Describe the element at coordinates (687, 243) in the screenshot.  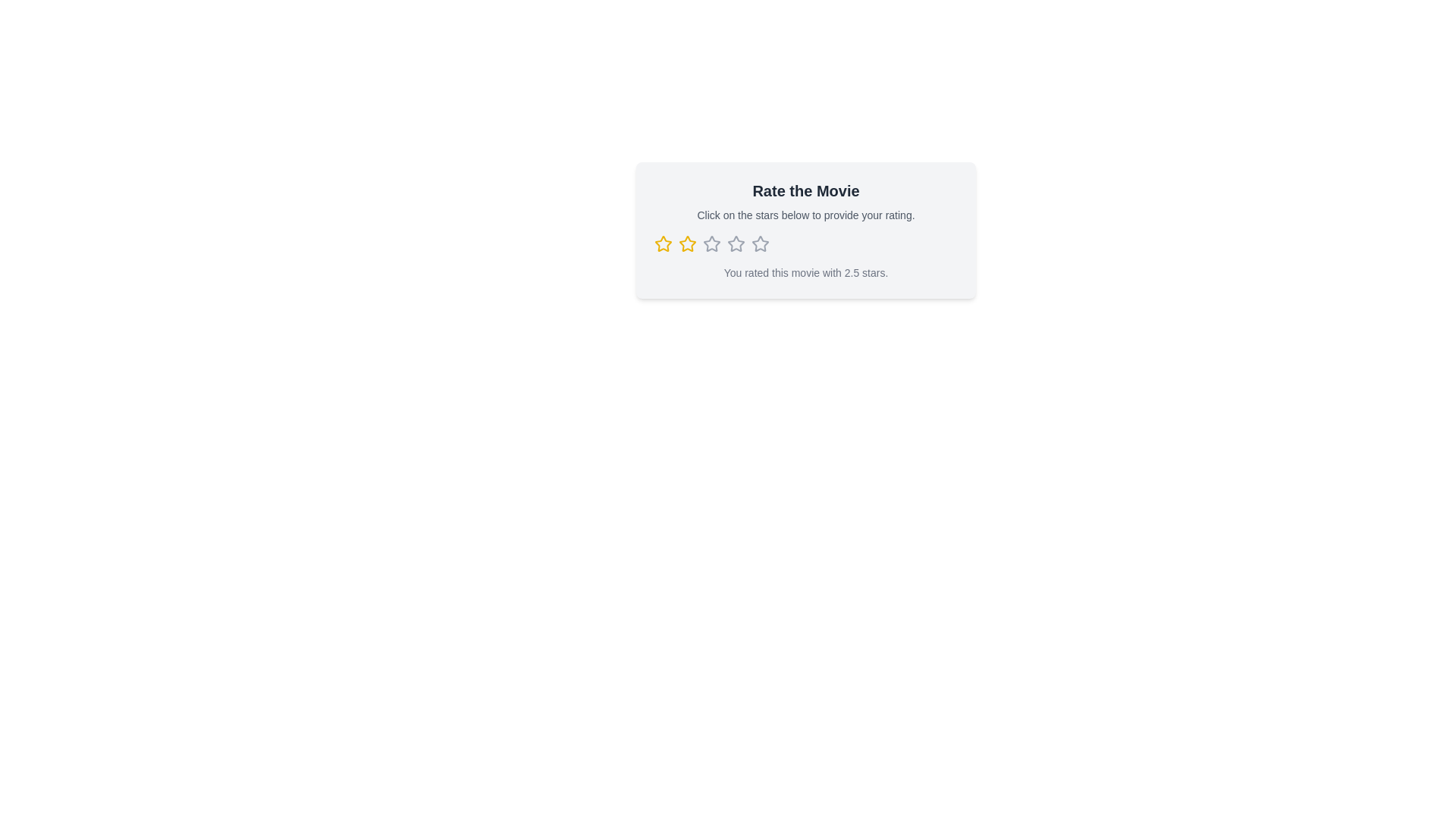
I see `the second yellow Rating Star in the horizontal group` at that location.